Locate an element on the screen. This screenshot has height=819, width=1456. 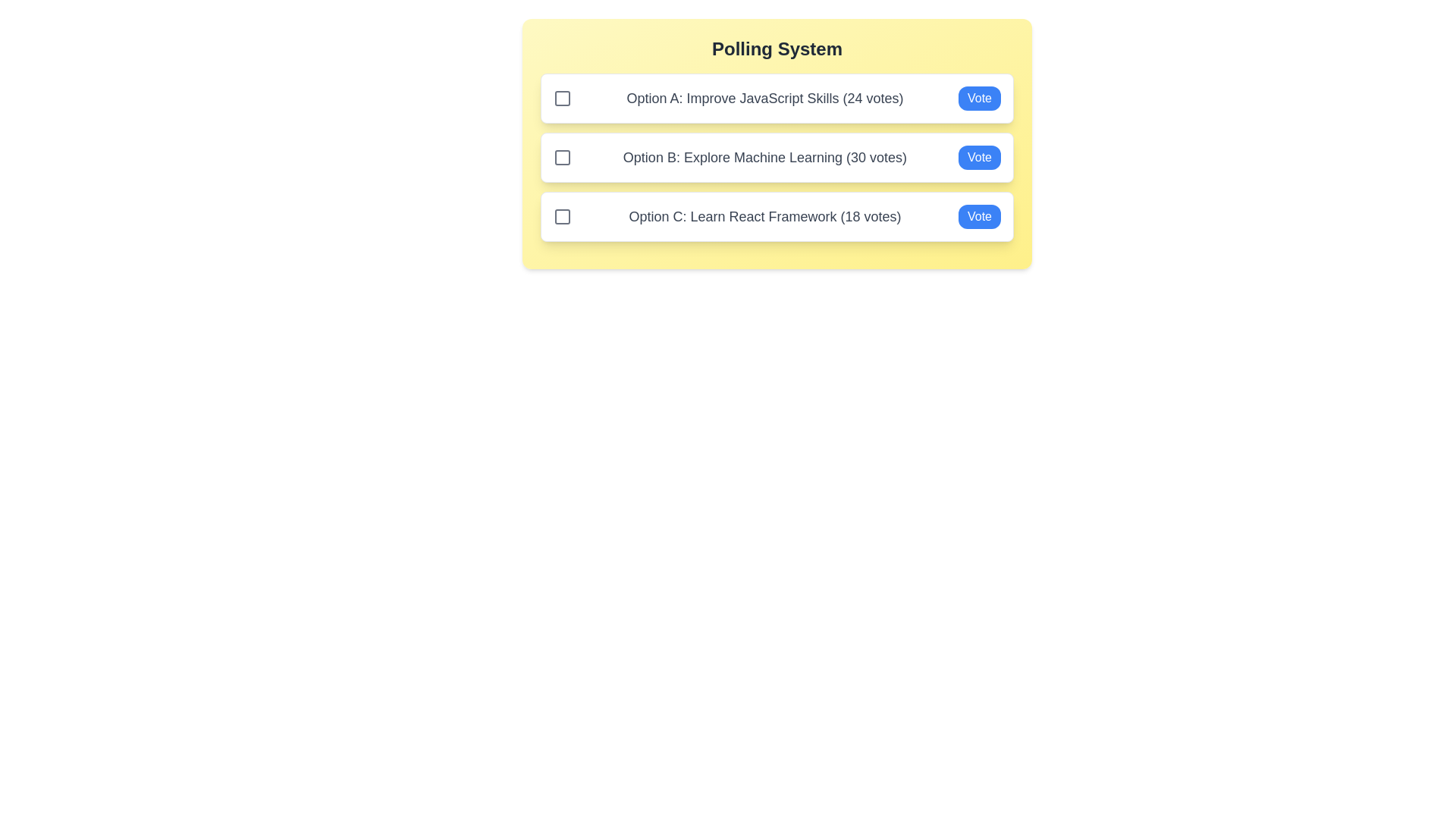
the 'Vote' button for Option B to increase its vote count is located at coordinates (979, 158).